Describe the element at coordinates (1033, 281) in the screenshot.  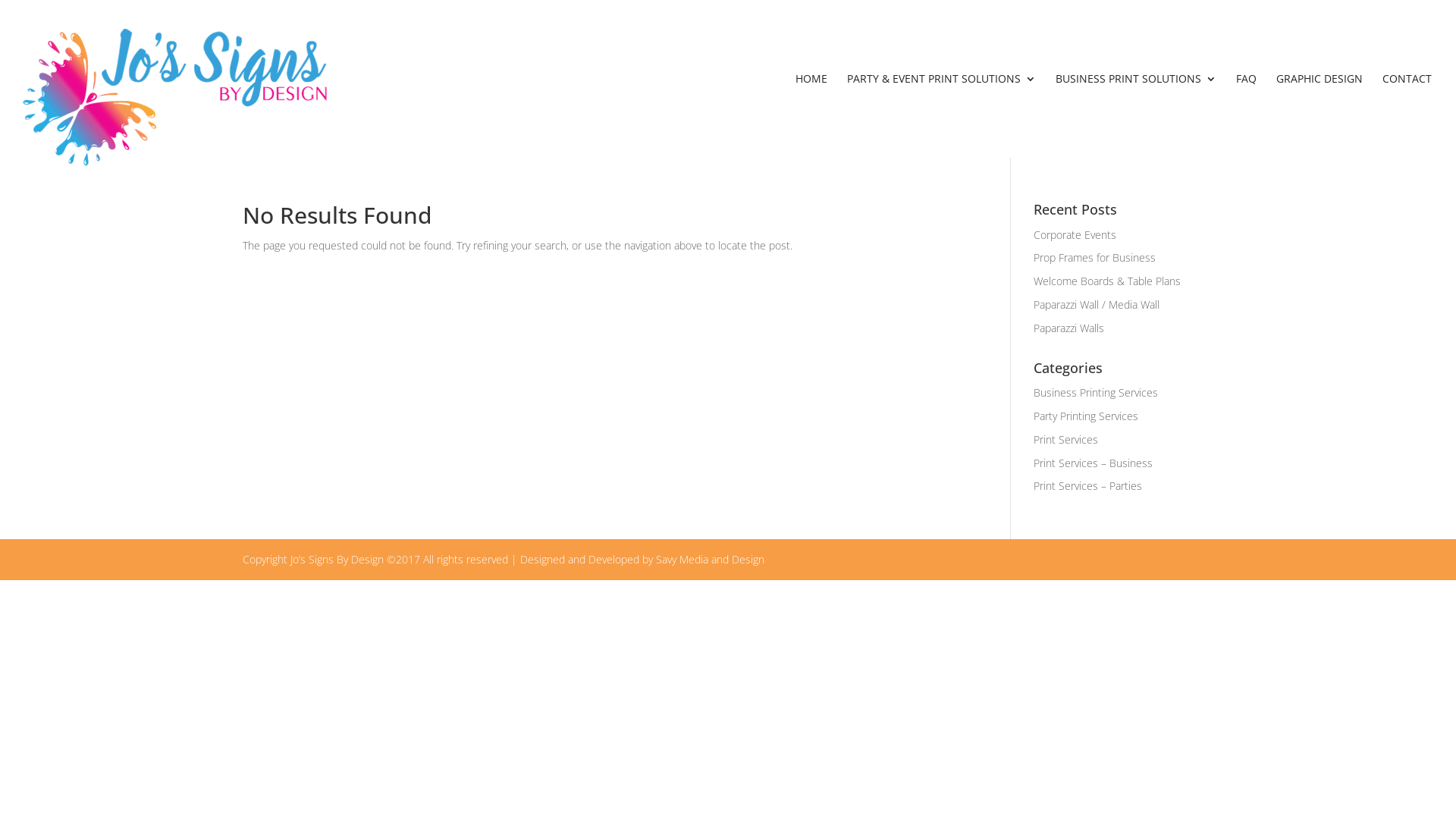
I see `'Welcome Boards & Table Plans'` at that location.